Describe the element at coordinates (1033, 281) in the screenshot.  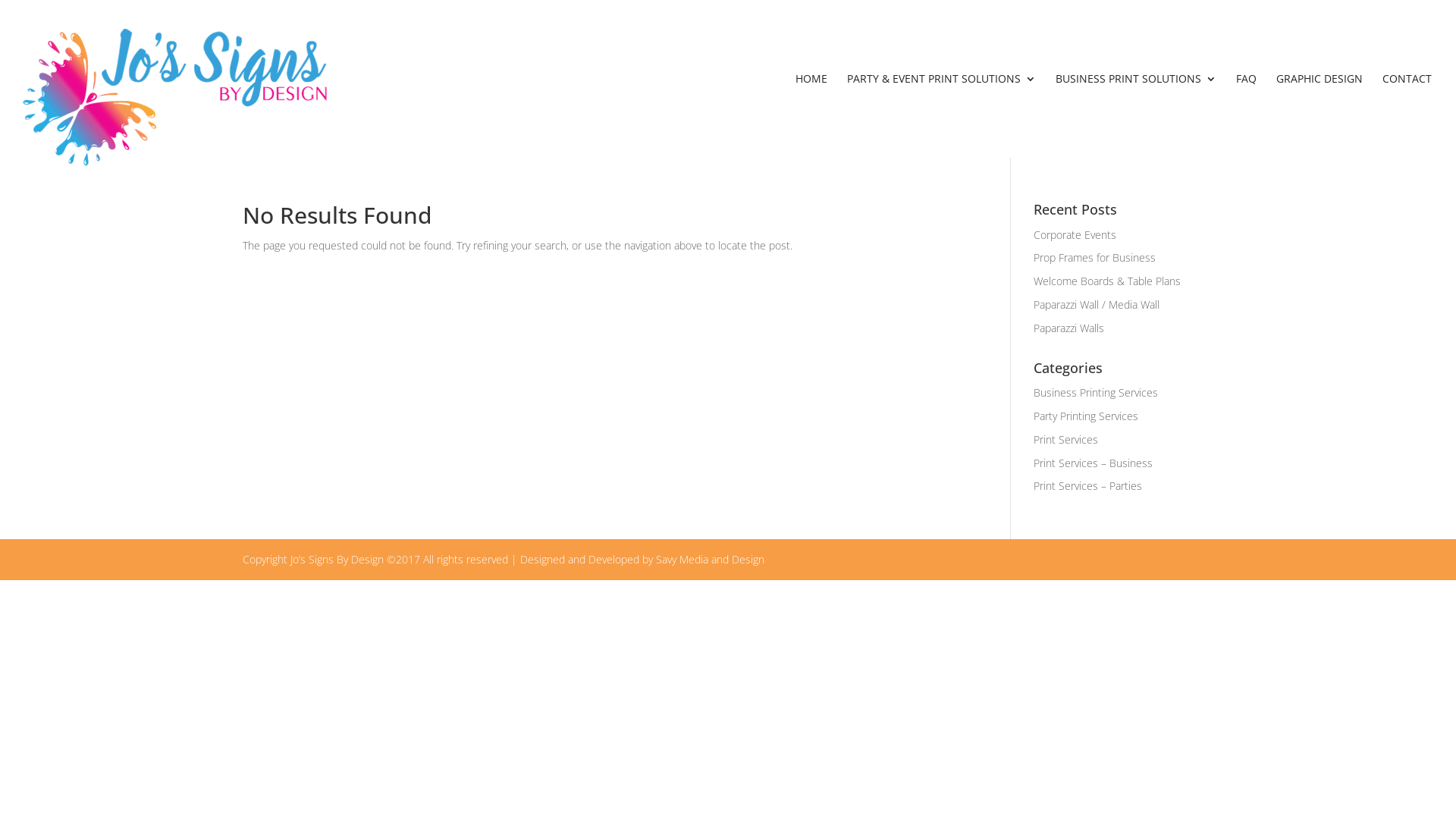
I see `'Welcome Boards & Table Plans'` at that location.